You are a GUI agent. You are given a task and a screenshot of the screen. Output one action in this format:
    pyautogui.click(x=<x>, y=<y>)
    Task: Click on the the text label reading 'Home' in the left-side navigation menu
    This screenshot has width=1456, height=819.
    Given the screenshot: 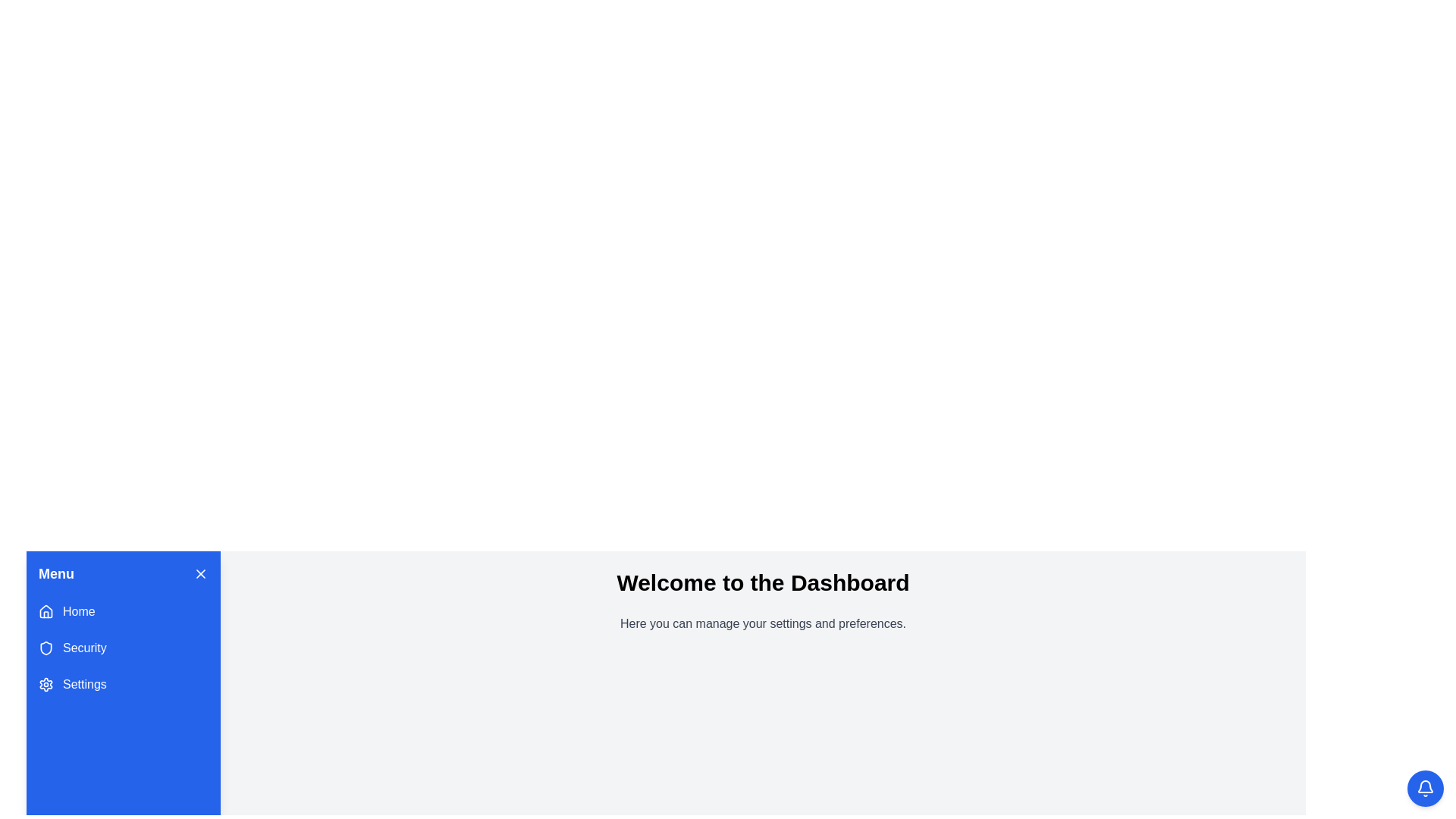 What is the action you would take?
    pyautogui.click(x=78, y=610)
    